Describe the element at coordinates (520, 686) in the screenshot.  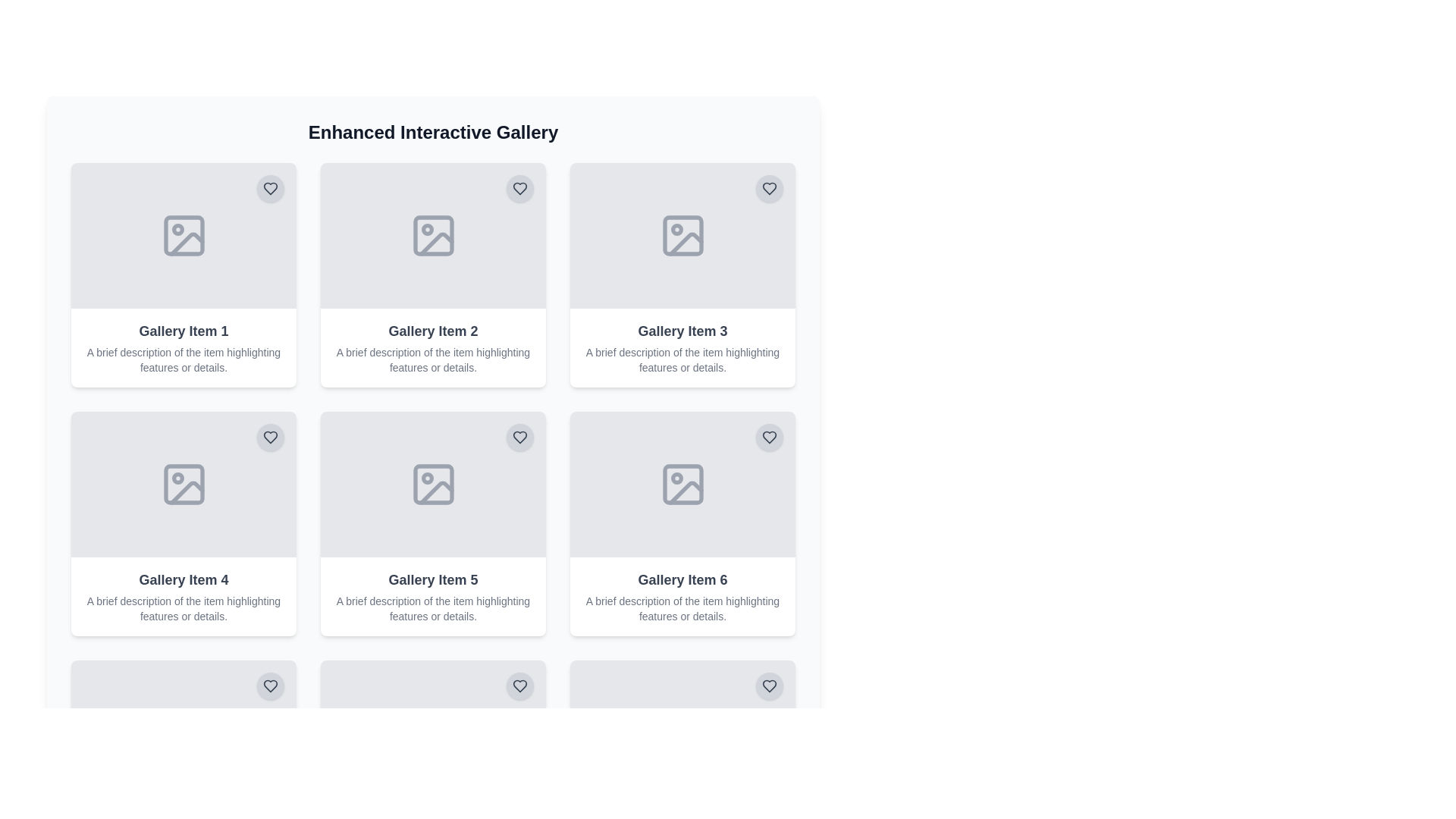
I see `the heart-shaped icon button located in the top-right corner of the sixth gallery card` at that location.